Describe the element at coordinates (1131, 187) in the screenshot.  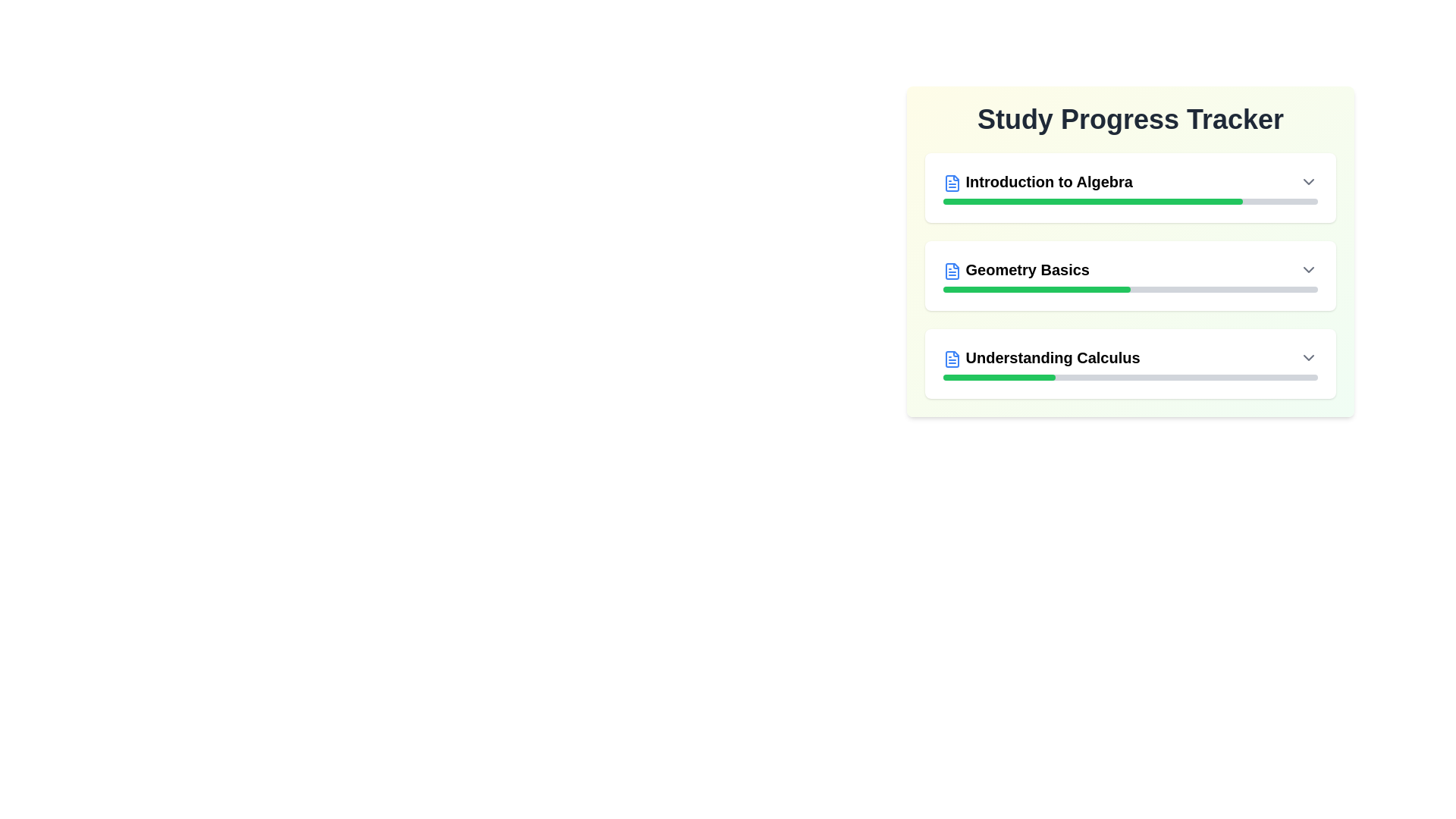
I see `the green progress bar of the 'Introduction to Algebra' card, which is the first card in the 'Study Progress Tracker' section` at that location.